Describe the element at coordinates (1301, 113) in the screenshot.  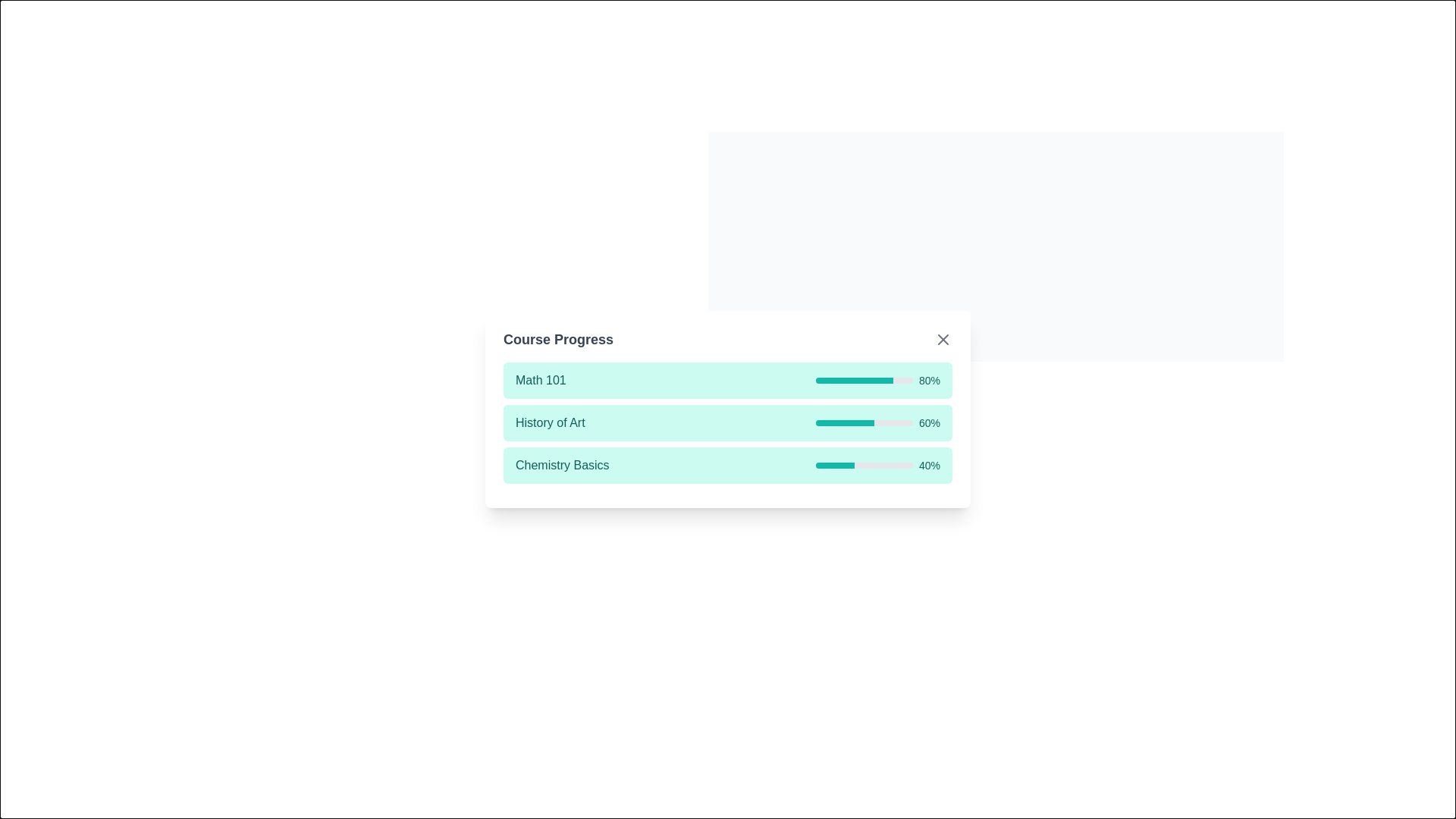
I see `'X' button to close the dialog` at that location.